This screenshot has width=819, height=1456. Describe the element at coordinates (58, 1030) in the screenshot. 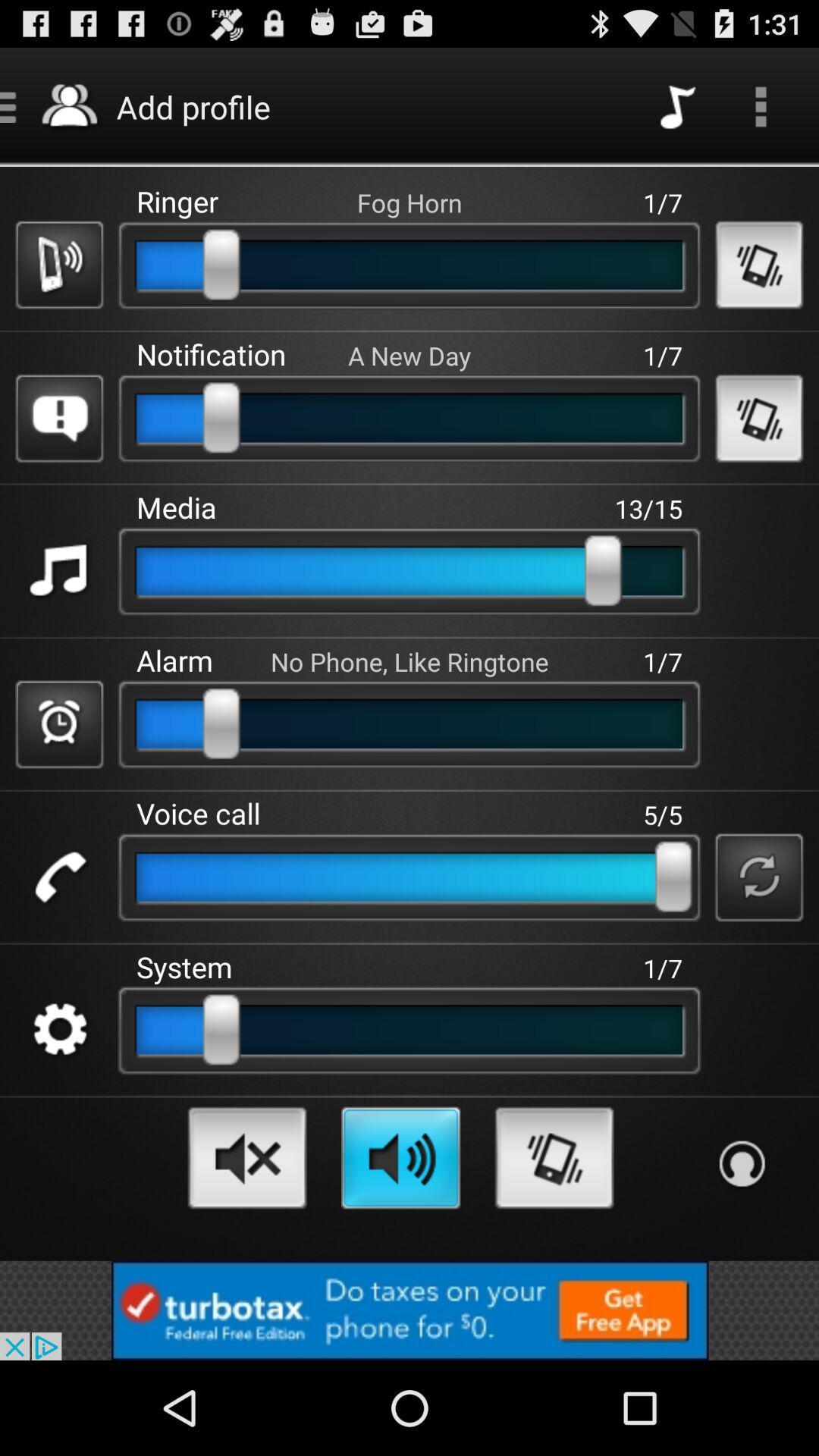

I see `configuration option` at that location.